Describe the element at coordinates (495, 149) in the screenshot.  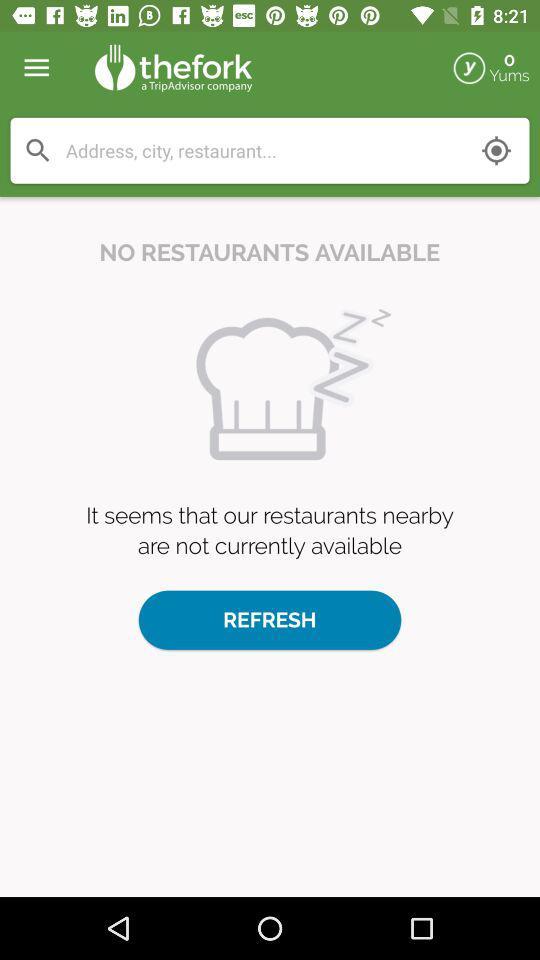
I see `find your location` at that location.